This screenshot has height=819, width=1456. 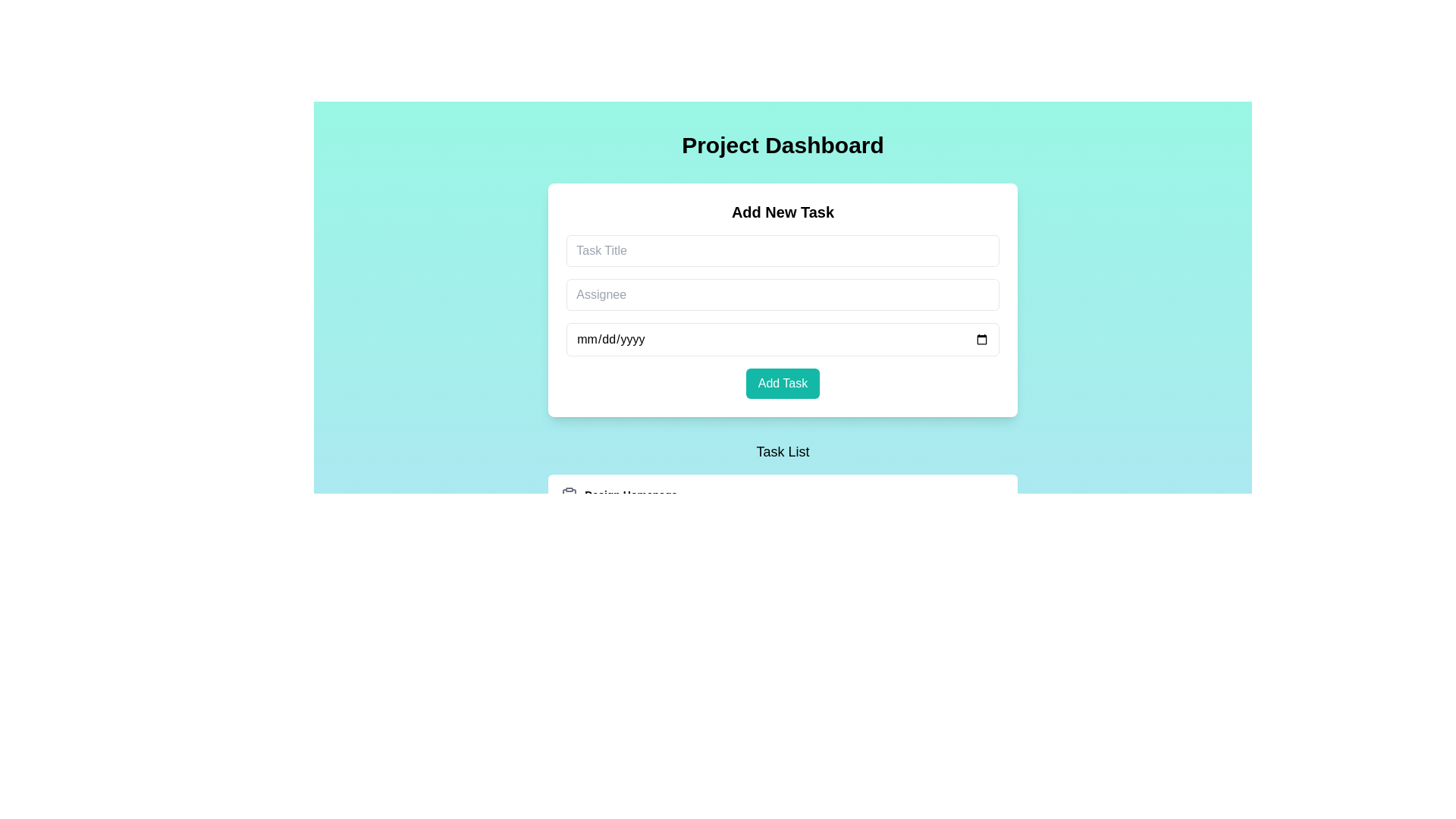 I want to click on the task information for the item displaying 'Design Homepage Alex Due: 2023-10-15', located in the top left corner of a task item block, so click(x=619, y=513).